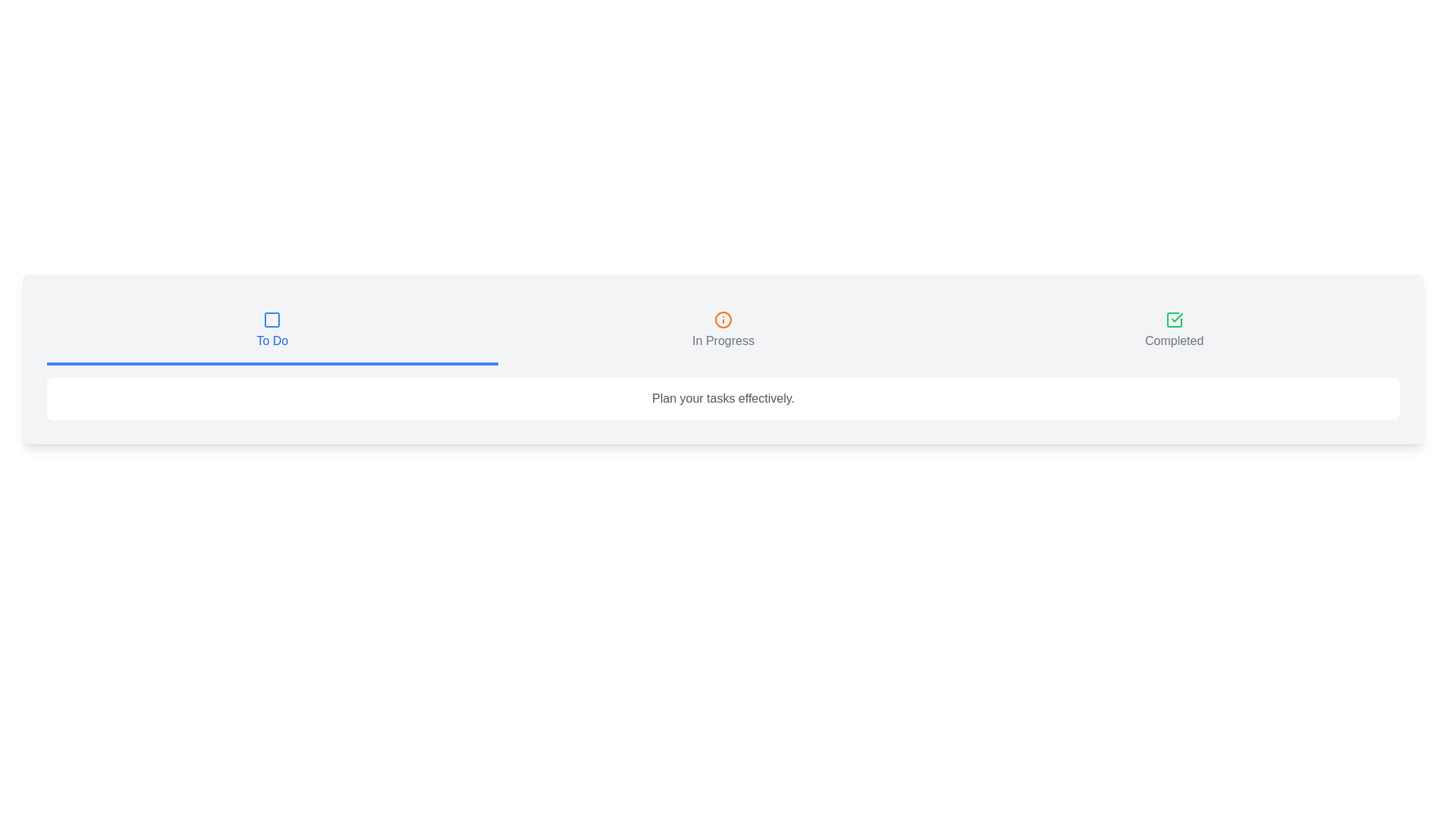 The image size is (1456, 819). Describe the element at coordinates (1173, 331) in the screenshot. I see `the tab Completed to view its details` at that location.